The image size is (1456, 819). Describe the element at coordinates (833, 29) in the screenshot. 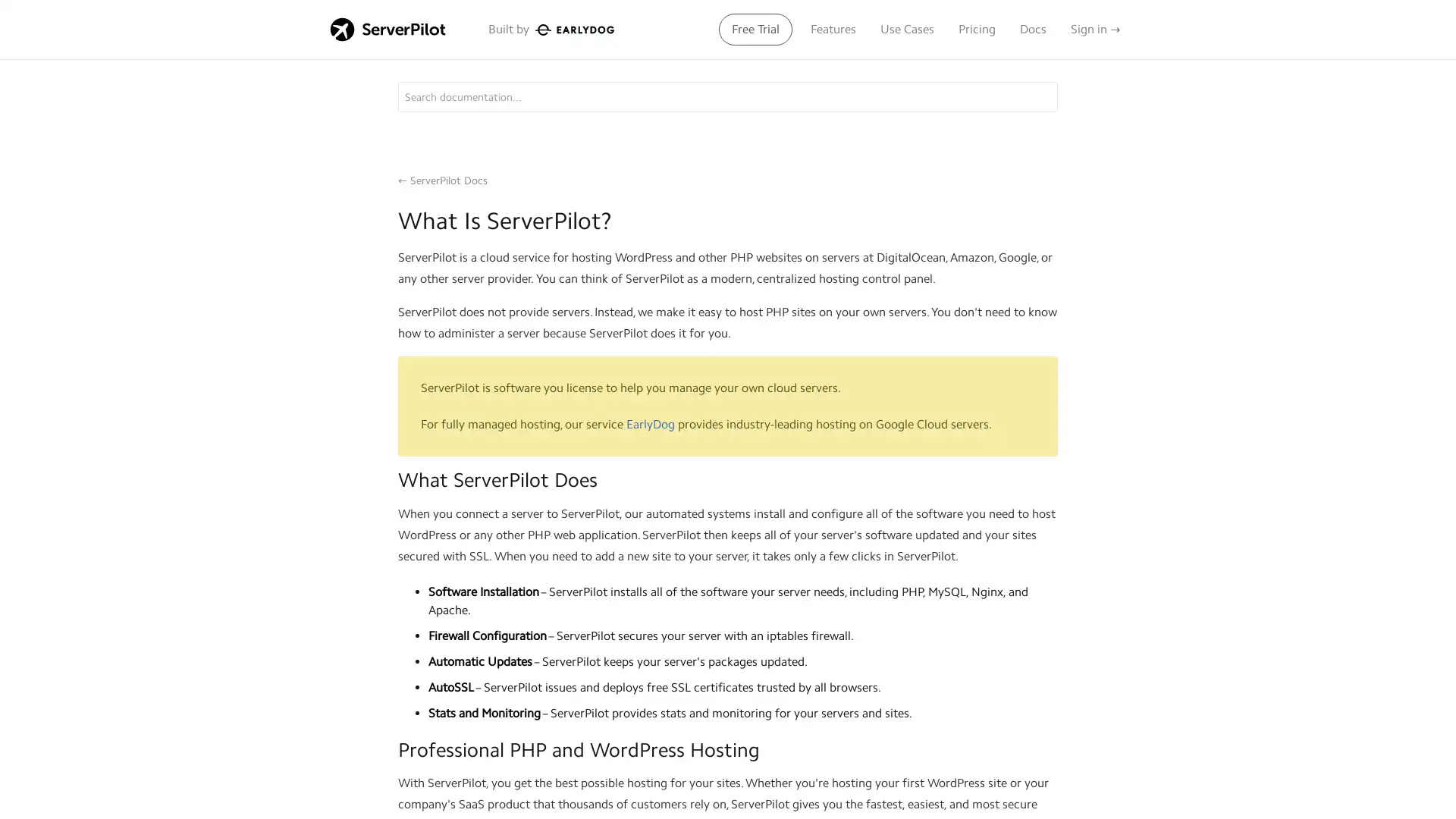

I see `Features` at that location.